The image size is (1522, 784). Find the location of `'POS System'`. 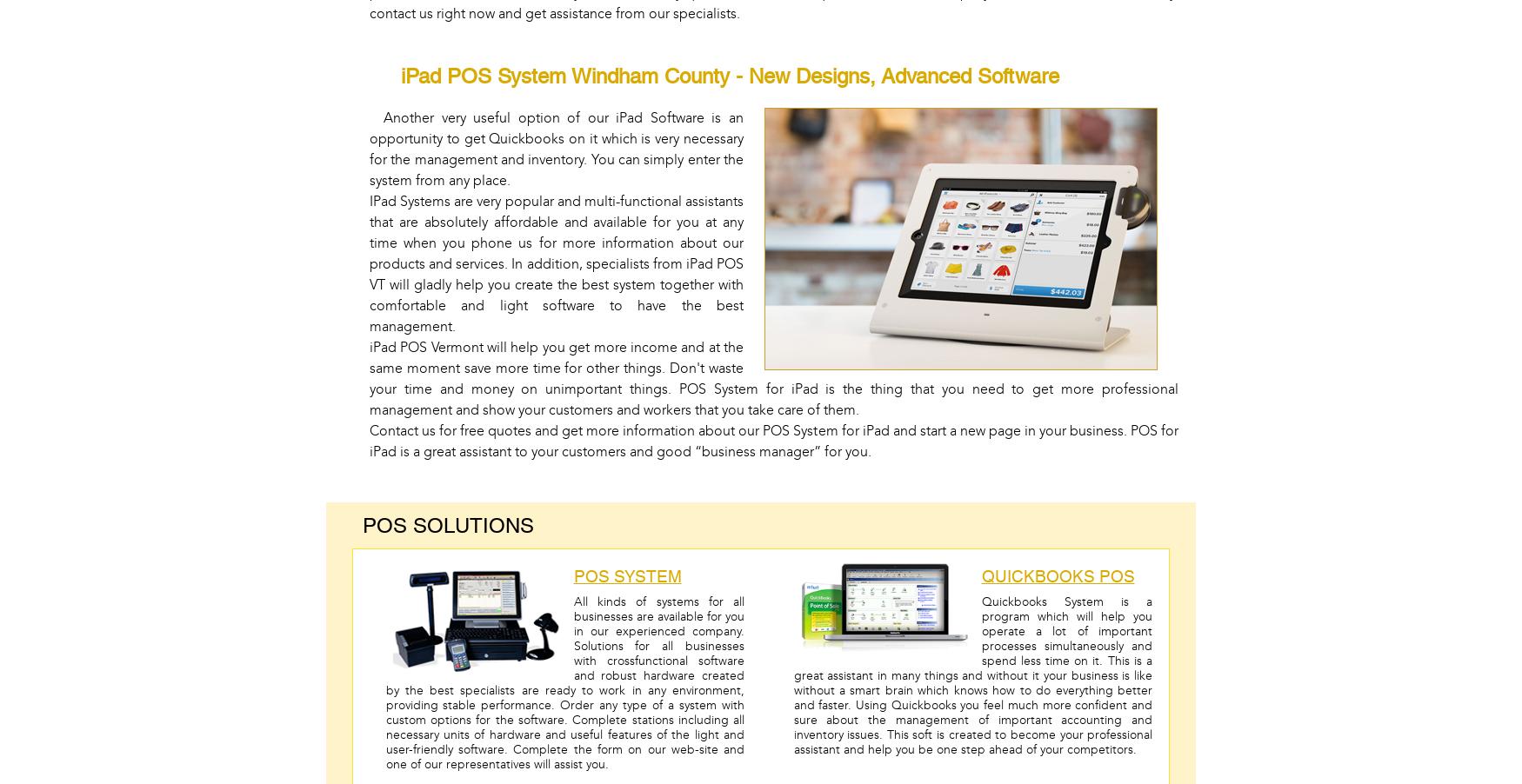

'POS System' is located at coordinates (572, 575).